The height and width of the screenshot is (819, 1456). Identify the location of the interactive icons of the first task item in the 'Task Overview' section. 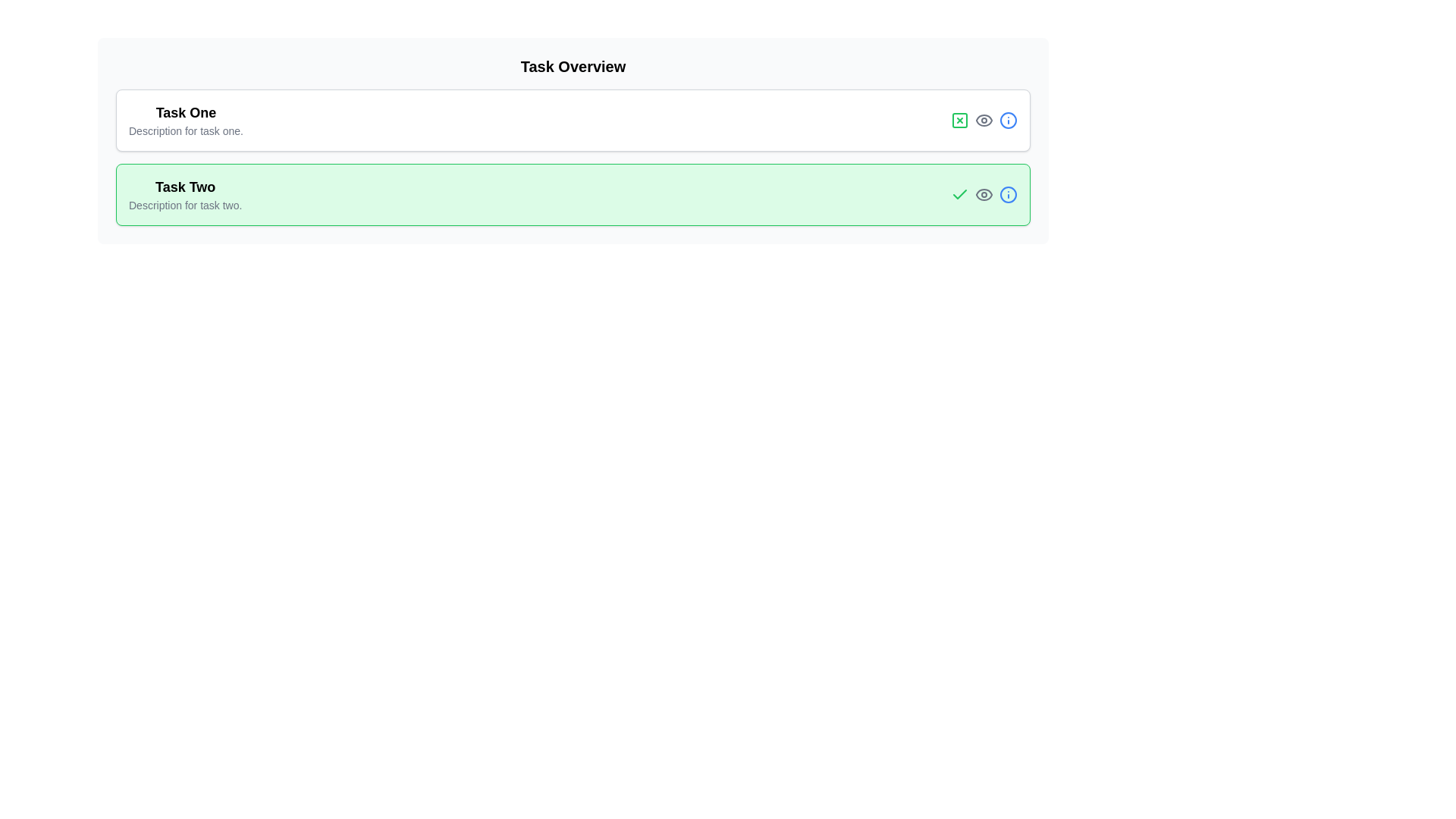
(572, 119).